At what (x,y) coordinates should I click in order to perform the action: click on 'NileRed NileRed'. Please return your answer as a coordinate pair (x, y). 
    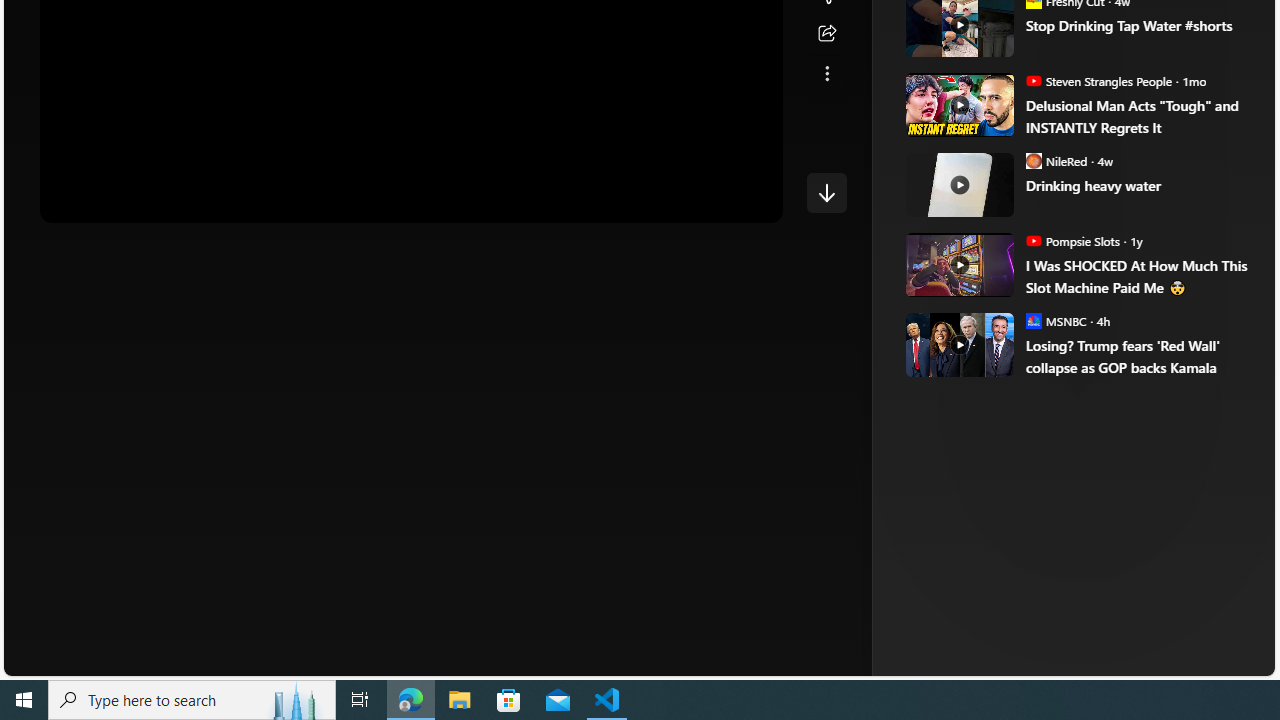
    Looking at the image, I should click on (1055, 159).